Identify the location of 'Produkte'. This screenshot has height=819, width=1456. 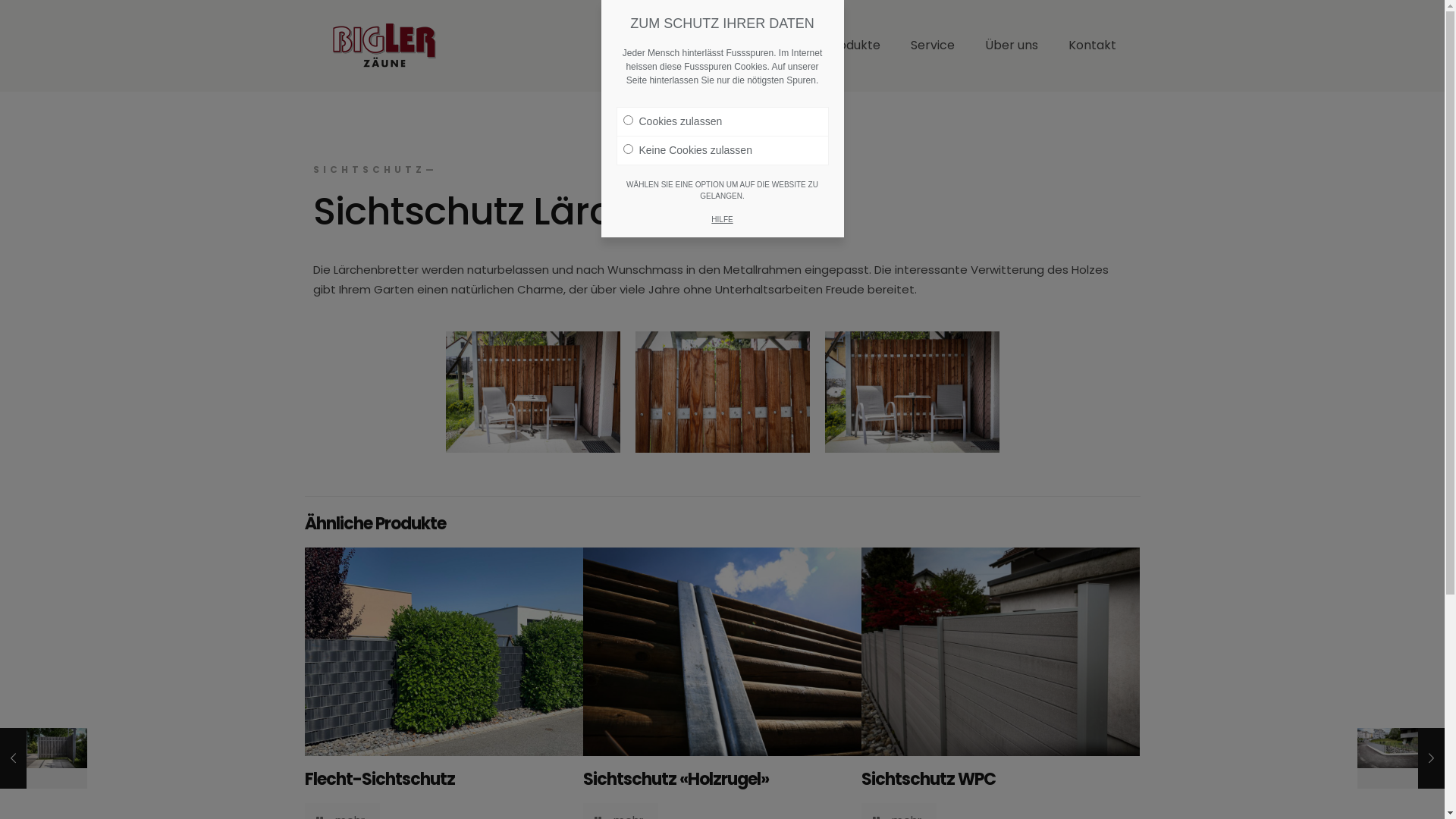
(852, 45).